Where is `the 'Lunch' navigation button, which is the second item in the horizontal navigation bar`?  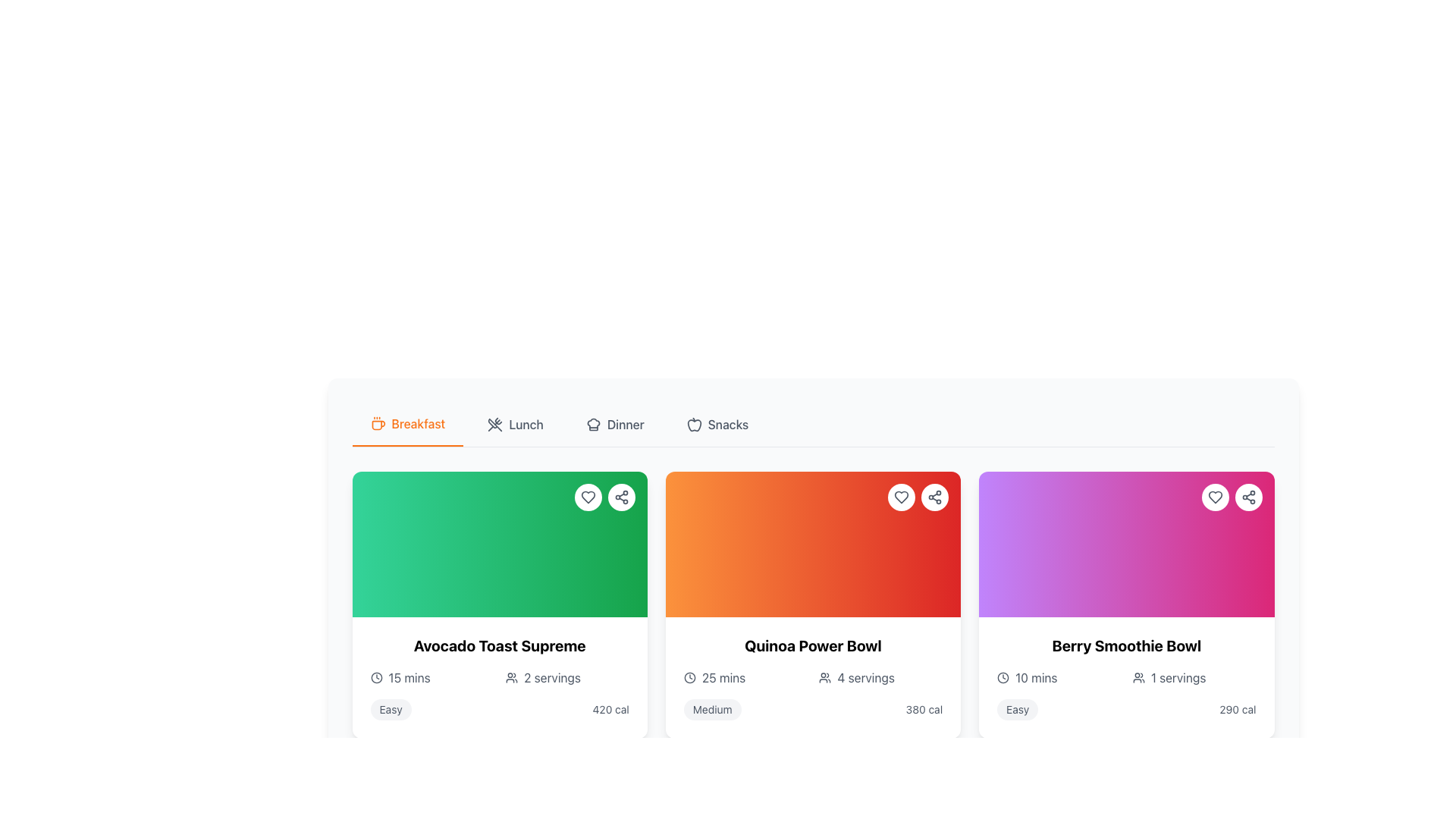 the 'Lunch' navigation button, which is the second item in the horizontal navigation bar is located at coordinates (516, 424).